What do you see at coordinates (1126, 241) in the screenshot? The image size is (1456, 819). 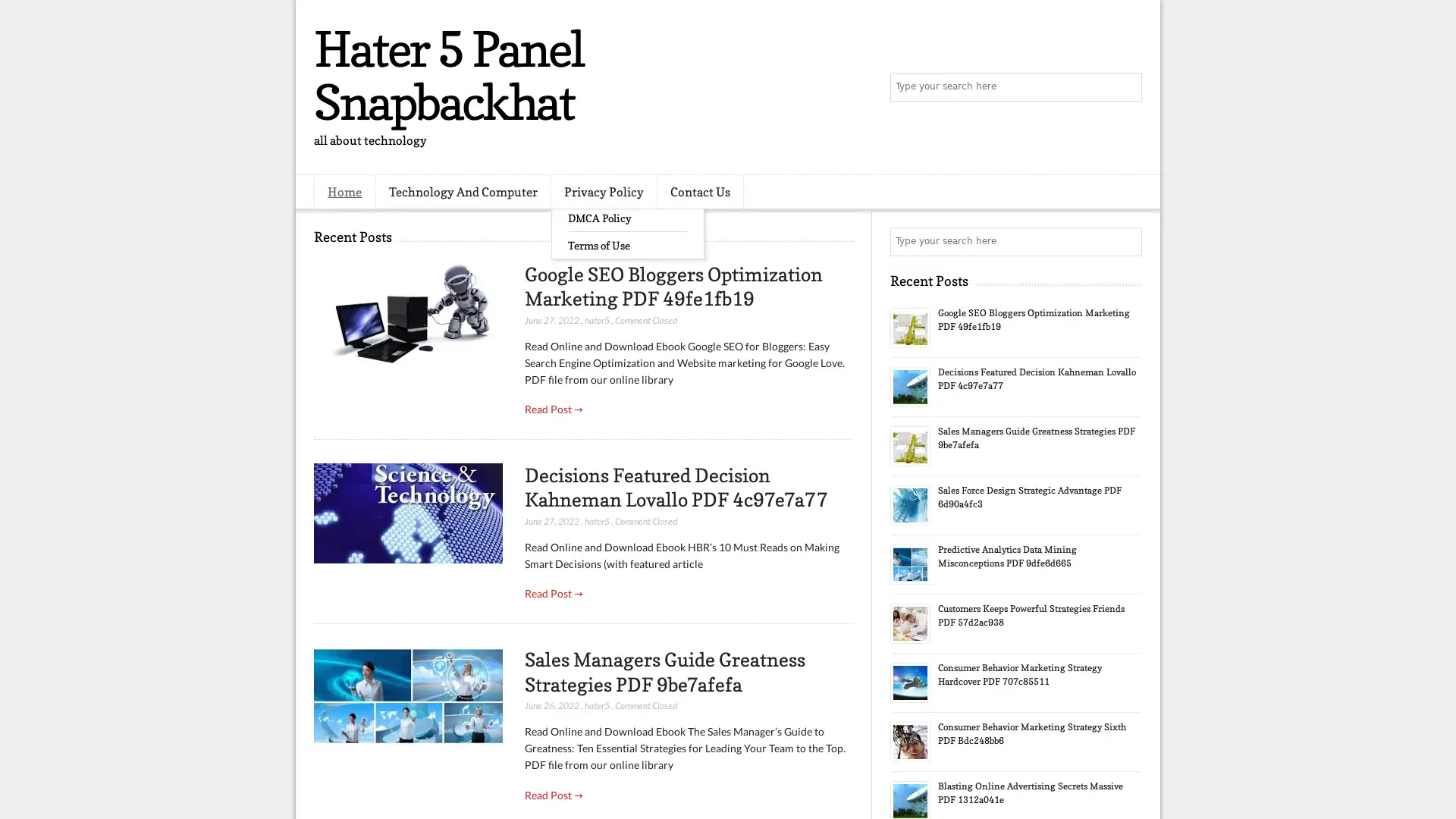 I see `Search` at bounding box center [1126, 241].